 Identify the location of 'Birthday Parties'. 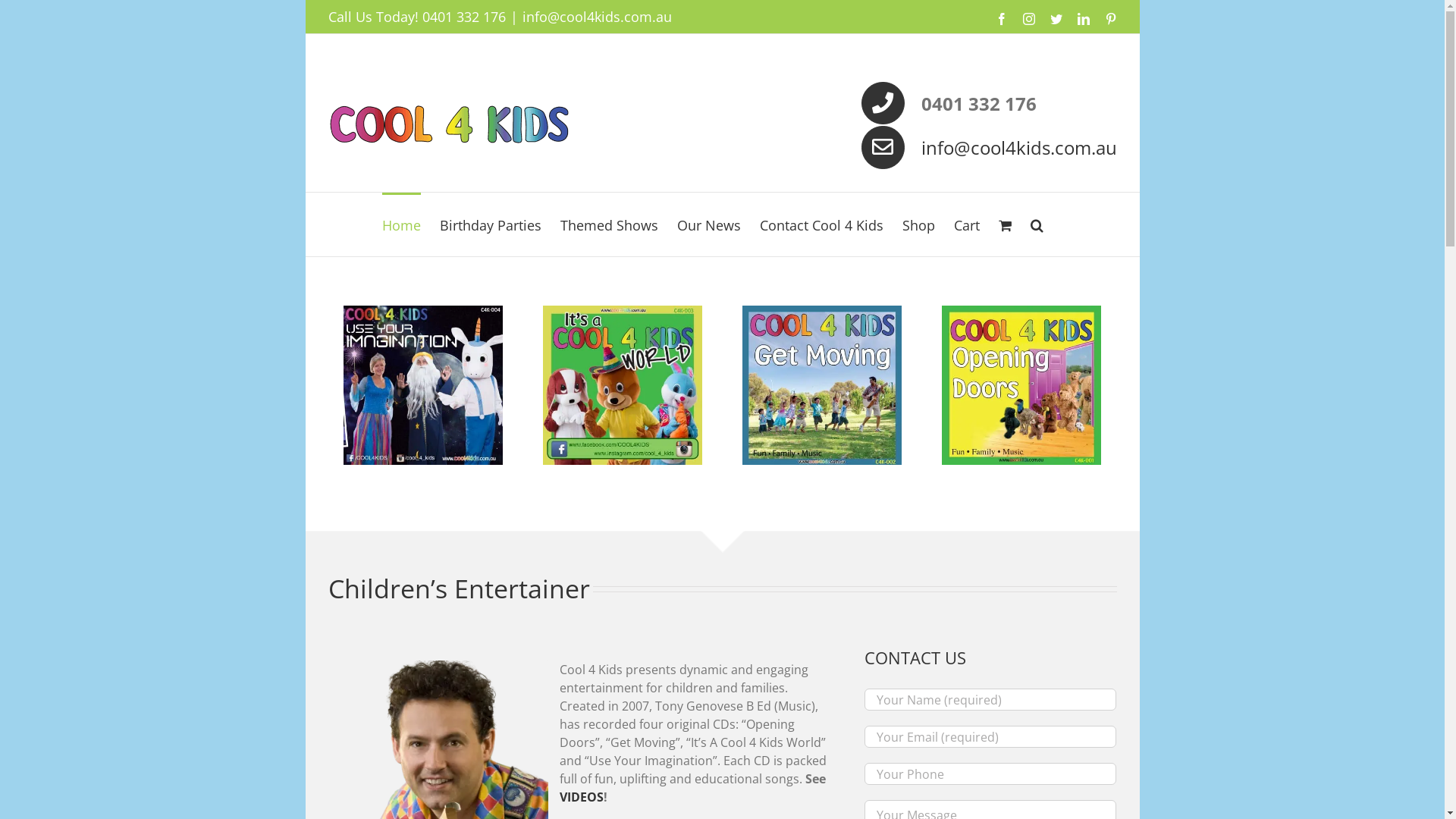
(491, 224).